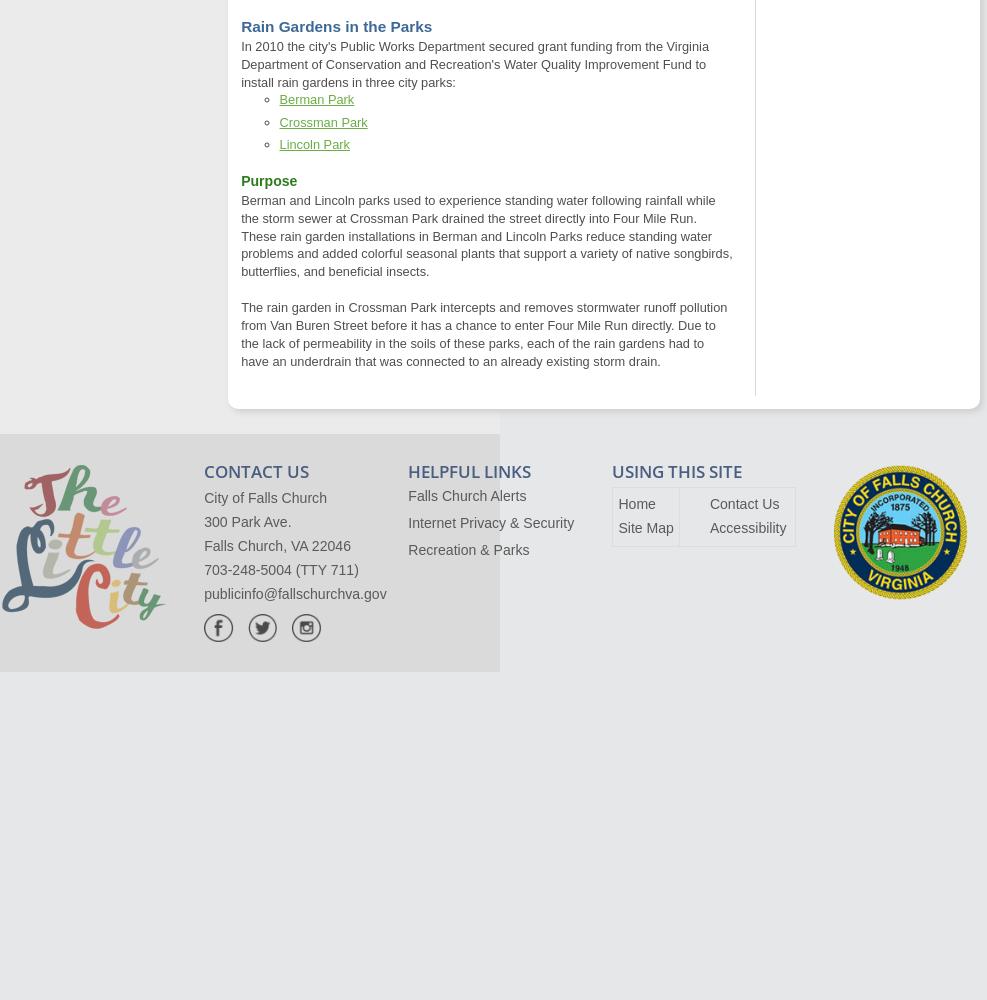  What do you see at coordinates (241, 62) in the screenshot?
I see `'In 2010 the city's Public Works Department secured grant funding from the Virginia Department of Conservation and Recreation's Water Quality Improvement Fund to install rain gardens in three city parks:'` at bounding box center [241, 62].